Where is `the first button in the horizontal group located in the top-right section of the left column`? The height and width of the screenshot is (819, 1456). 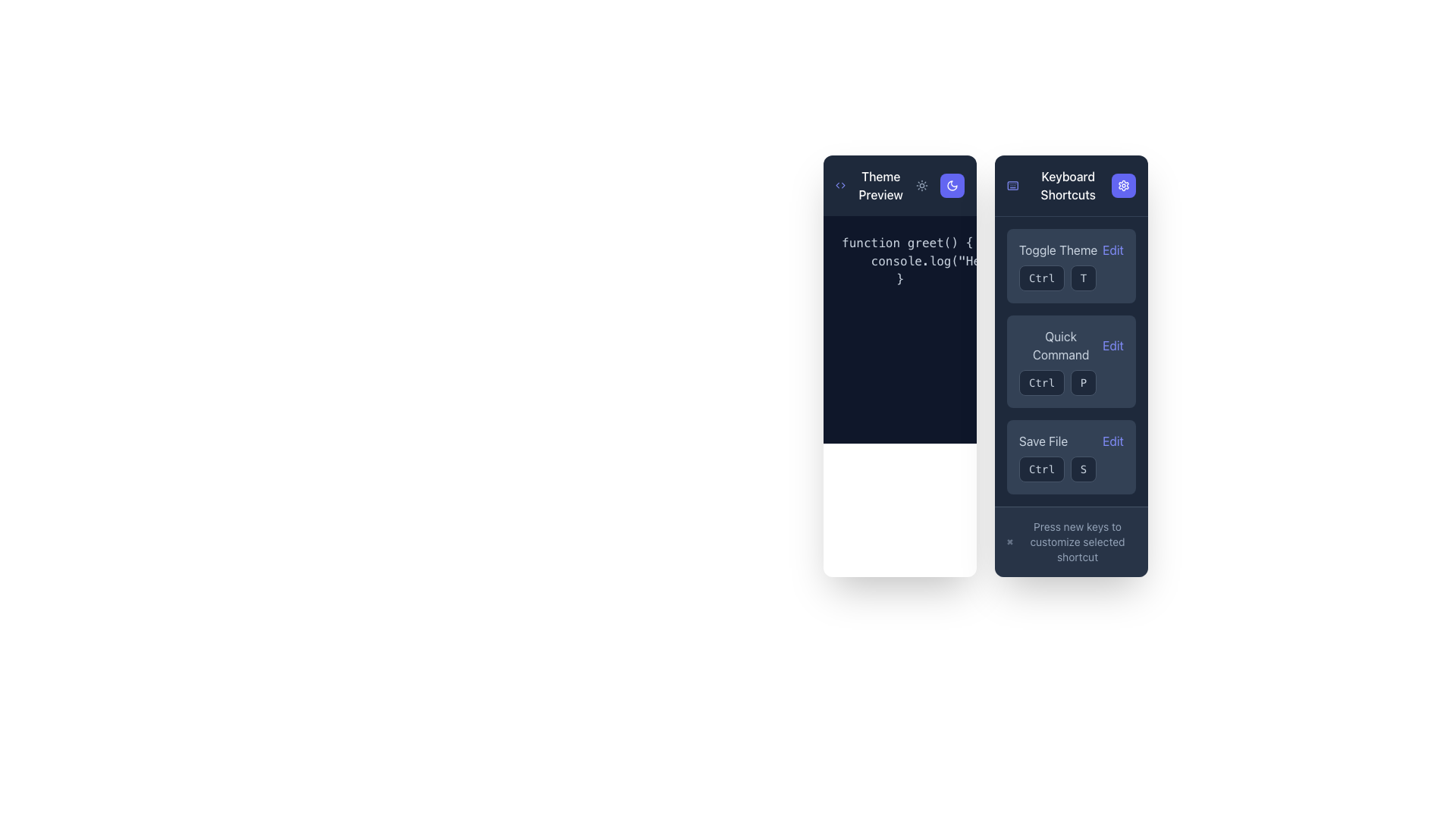
the first button in the horizontal group located in the top-right section of the left column is located at coordinates (921, 185).